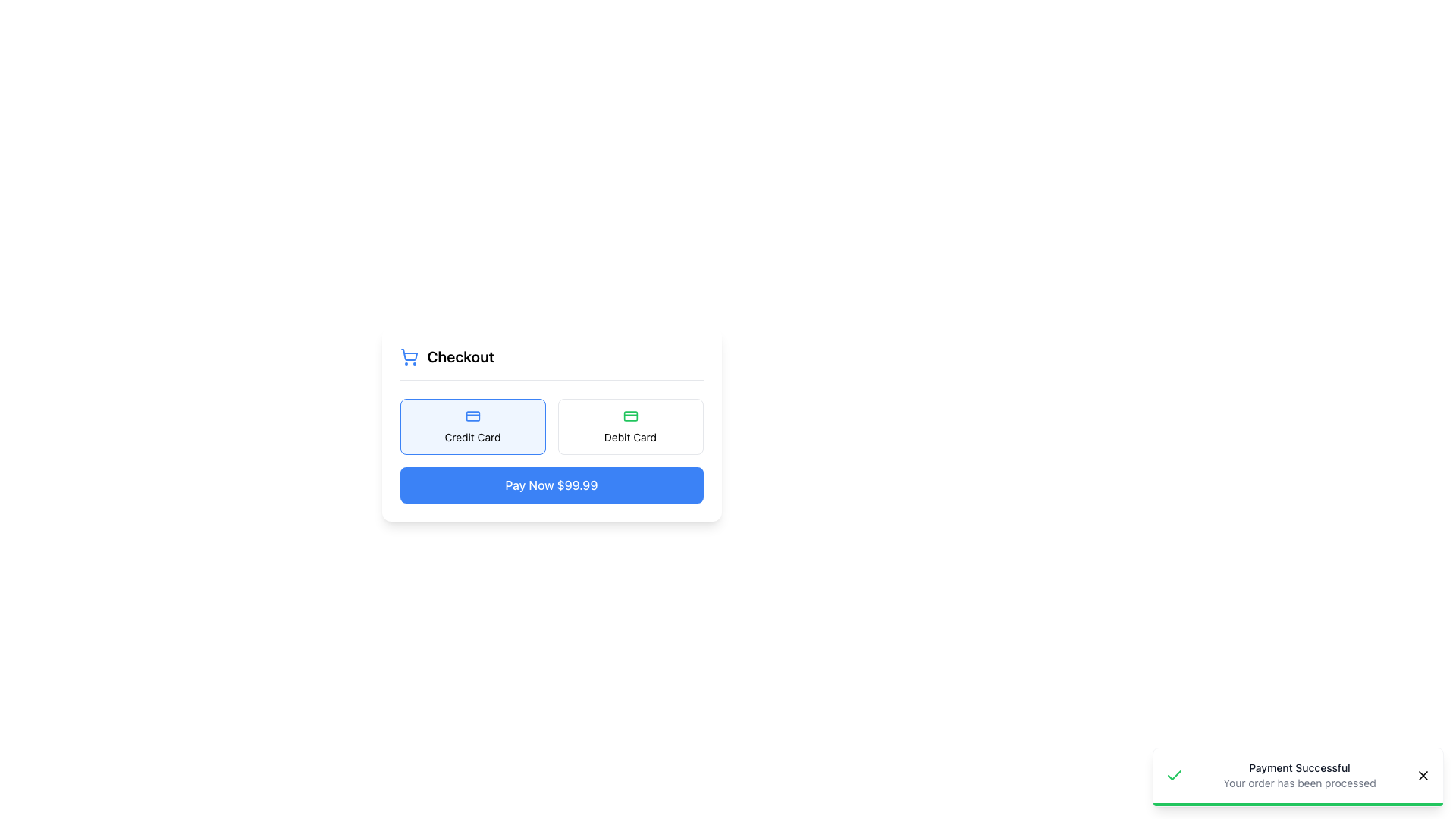 This screenshot has width=1456, height=819. I want to click on the text element that reads 'Your order has been processed', styled in small gray font, positioned below 'Payment Successful' in the bottom right of the interface, so click(1298, 783).